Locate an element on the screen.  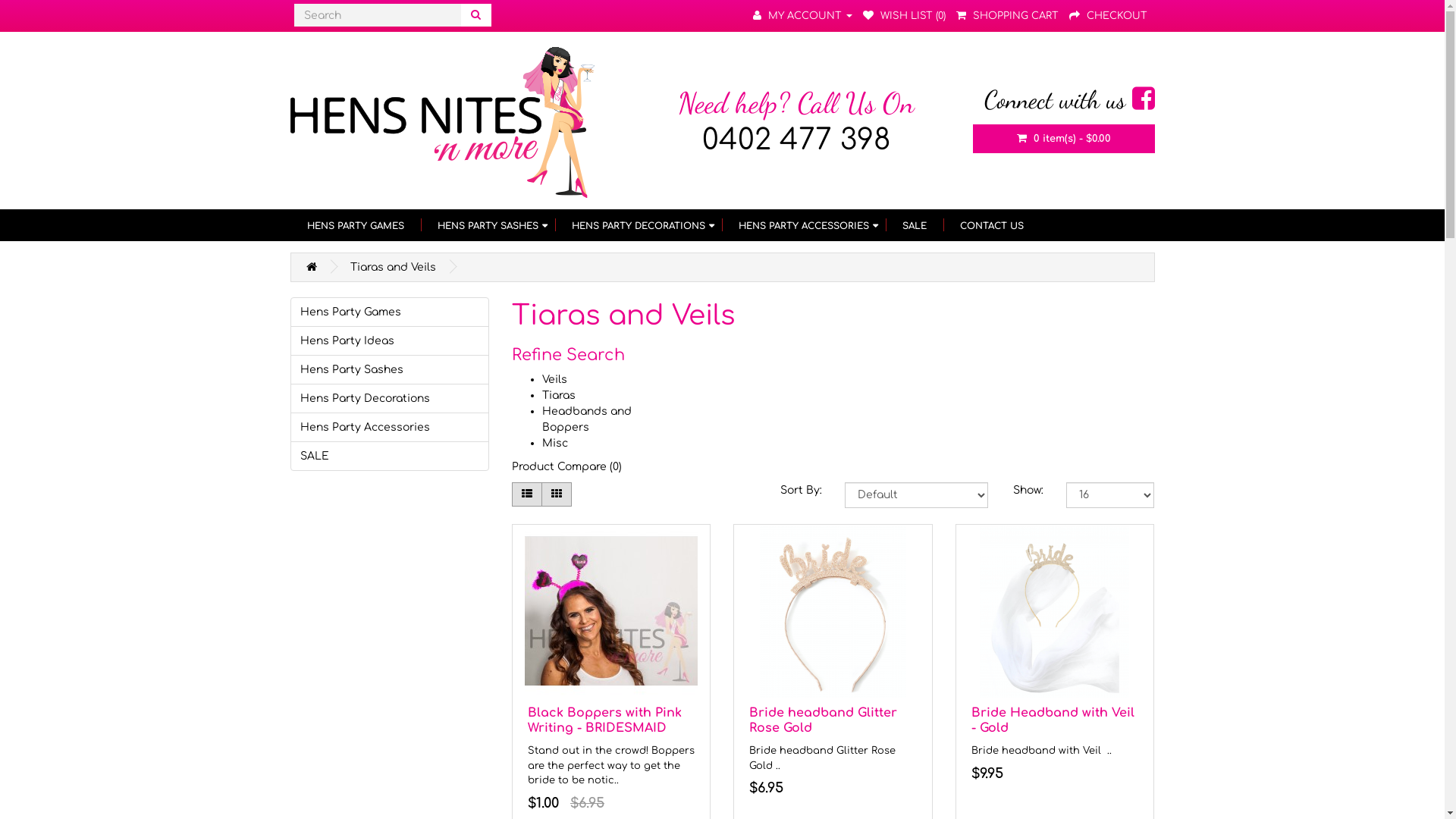
'CONTACT US' is located at coordinates (992, 225).